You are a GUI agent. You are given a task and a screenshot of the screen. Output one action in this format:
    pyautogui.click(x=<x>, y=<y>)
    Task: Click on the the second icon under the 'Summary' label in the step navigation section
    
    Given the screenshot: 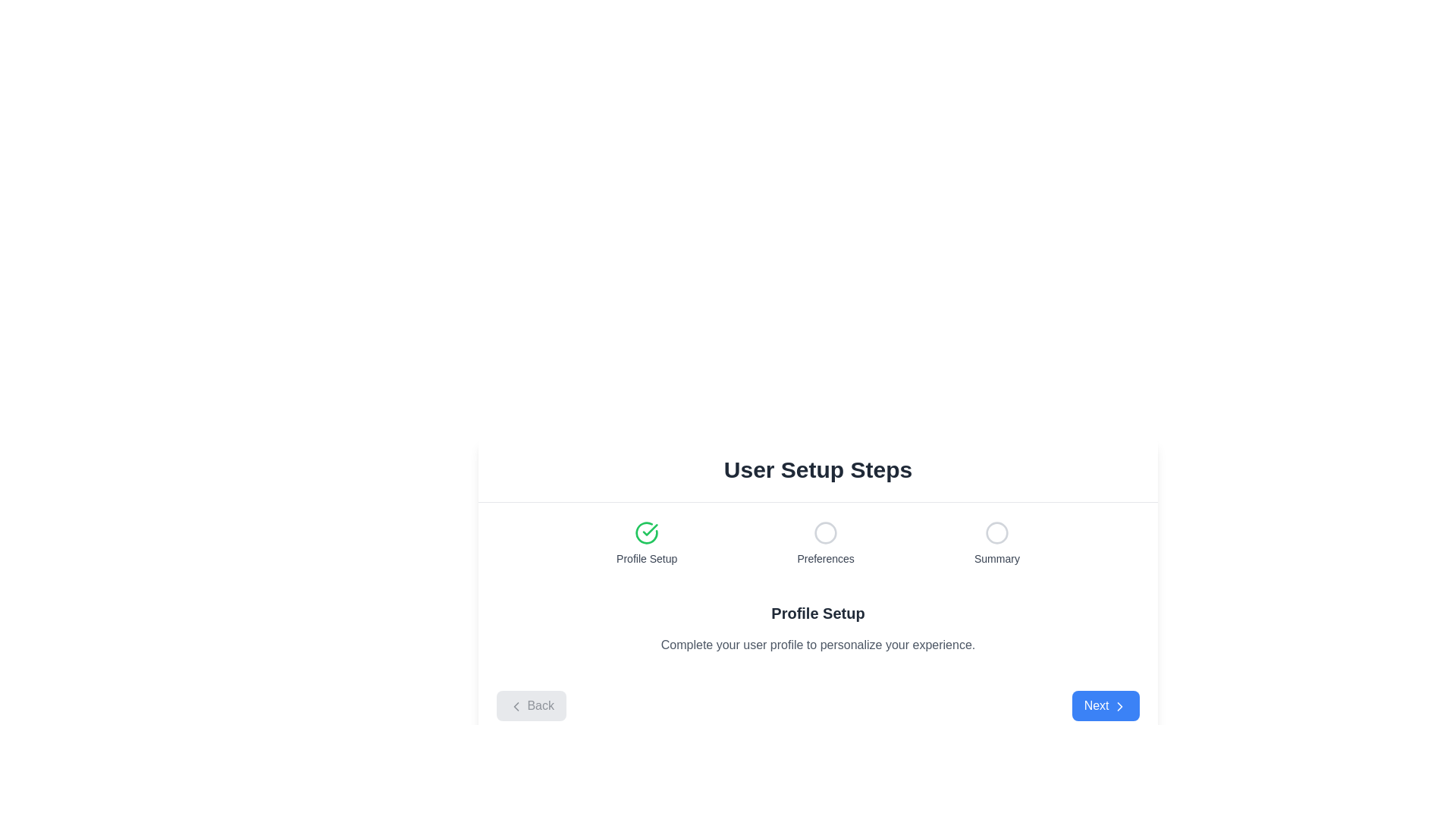 What is the action you would take?
    pyautogui.click(x=997, y=532)
    